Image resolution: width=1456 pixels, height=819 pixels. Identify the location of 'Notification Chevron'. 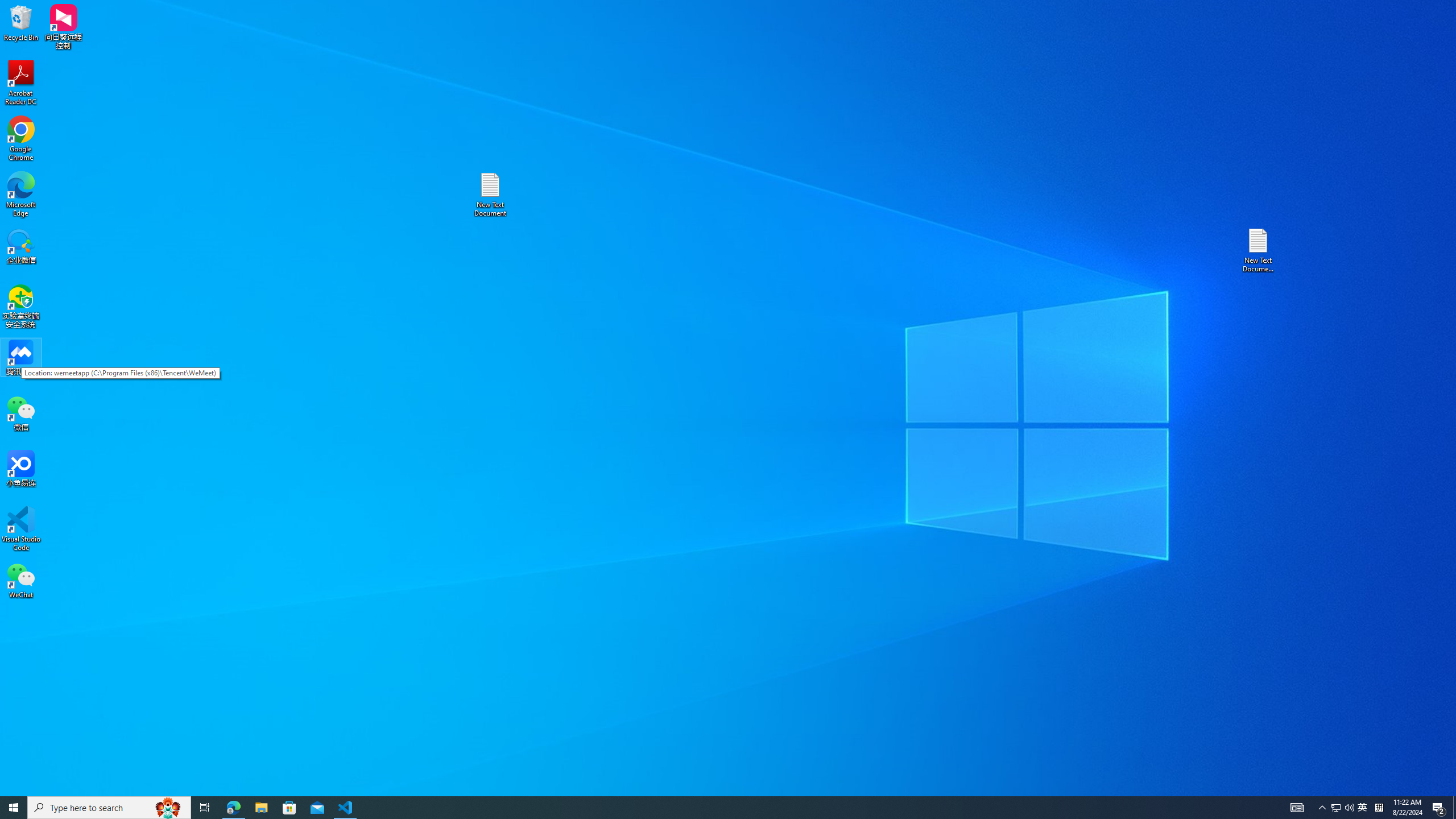
(1363, 806).